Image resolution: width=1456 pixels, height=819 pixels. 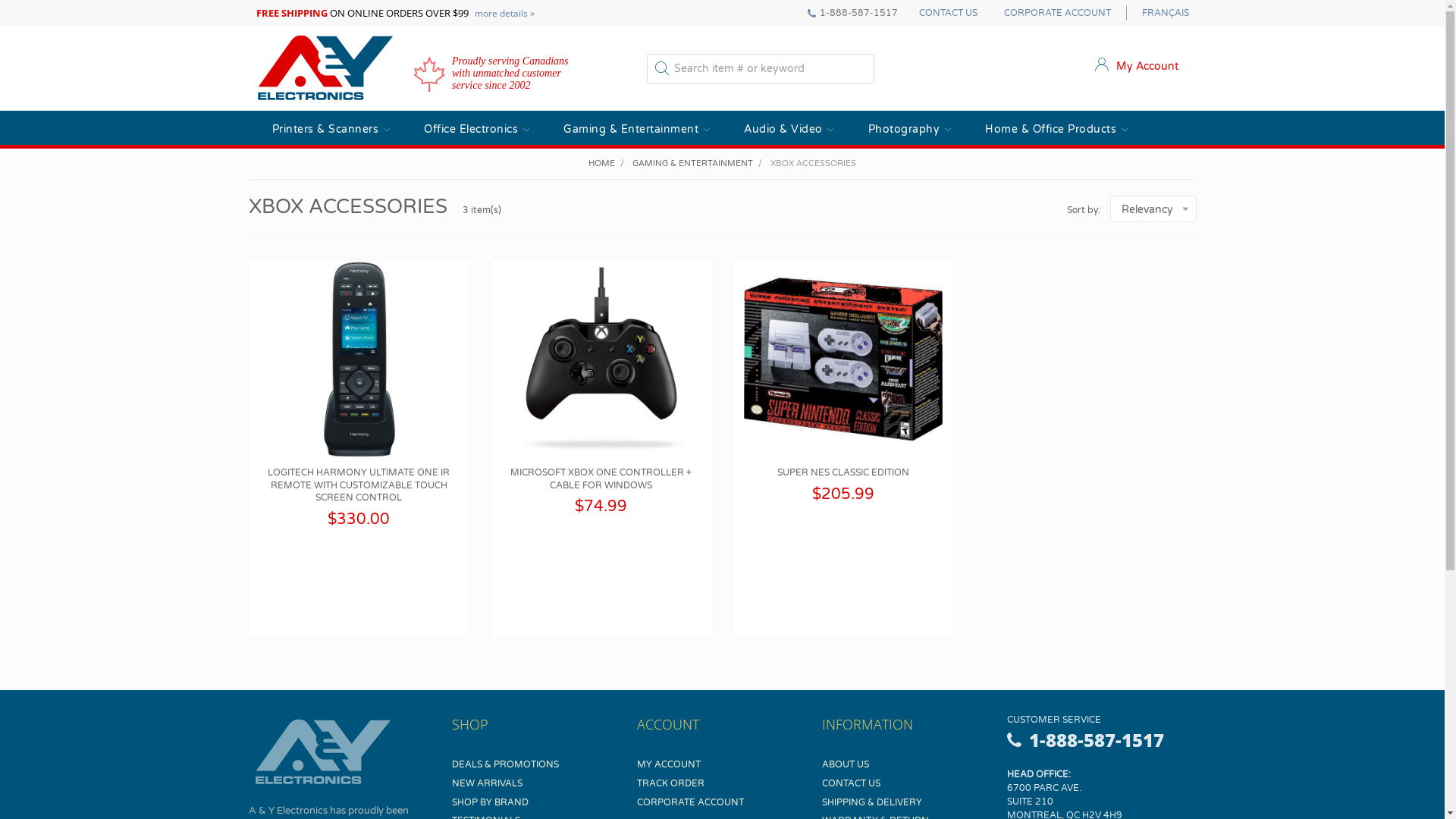 What do you see at coordinates (630, 128) in the screenshot?
I see `'Gaming & Entertainment'` at bounding box center [630, 128].